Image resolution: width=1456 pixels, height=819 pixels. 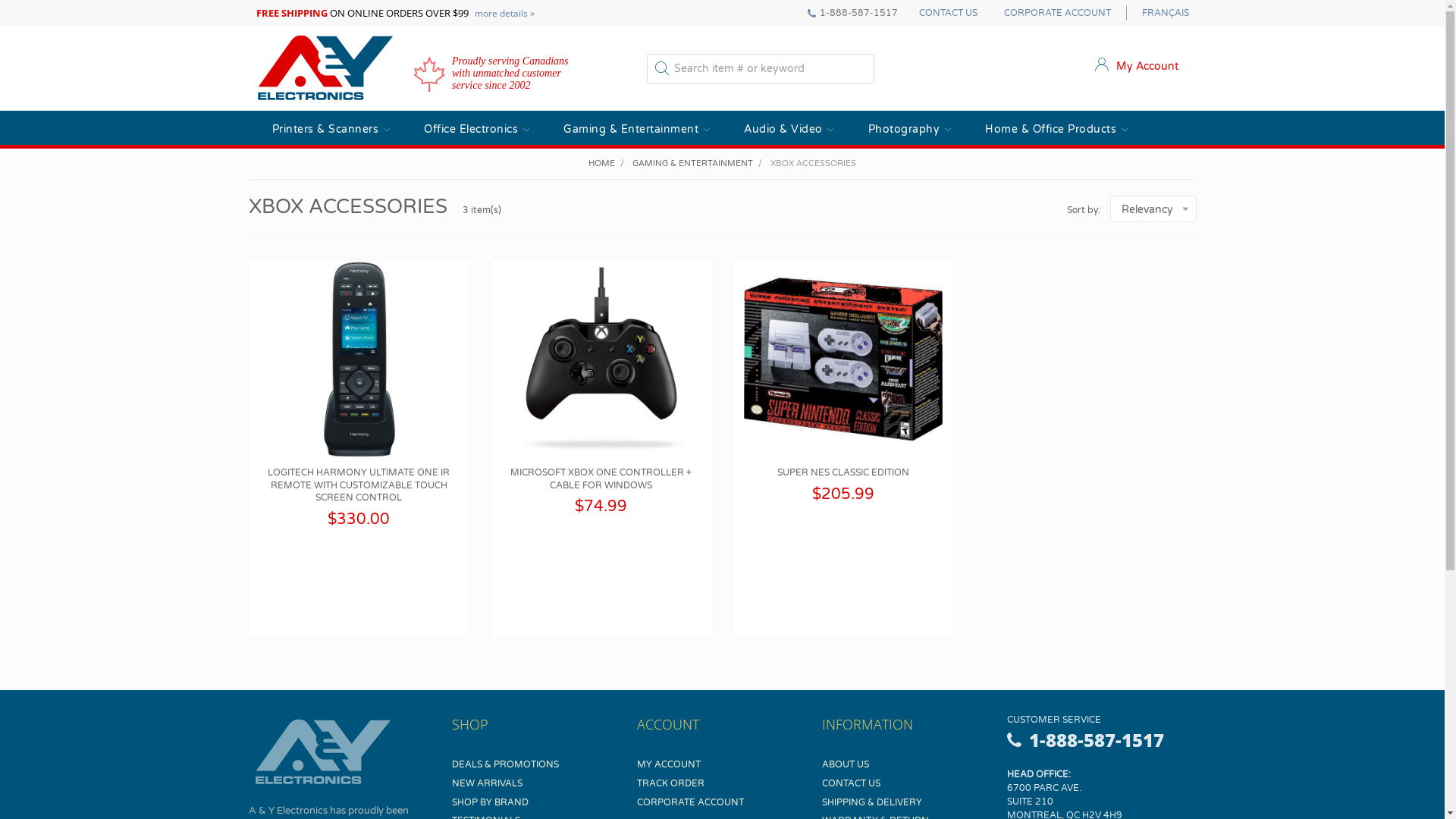 What do you see at coordinates (630, 128) in the screenshot?
I see `'Gaming & Entertainment'` at bounding box center [630, 128].